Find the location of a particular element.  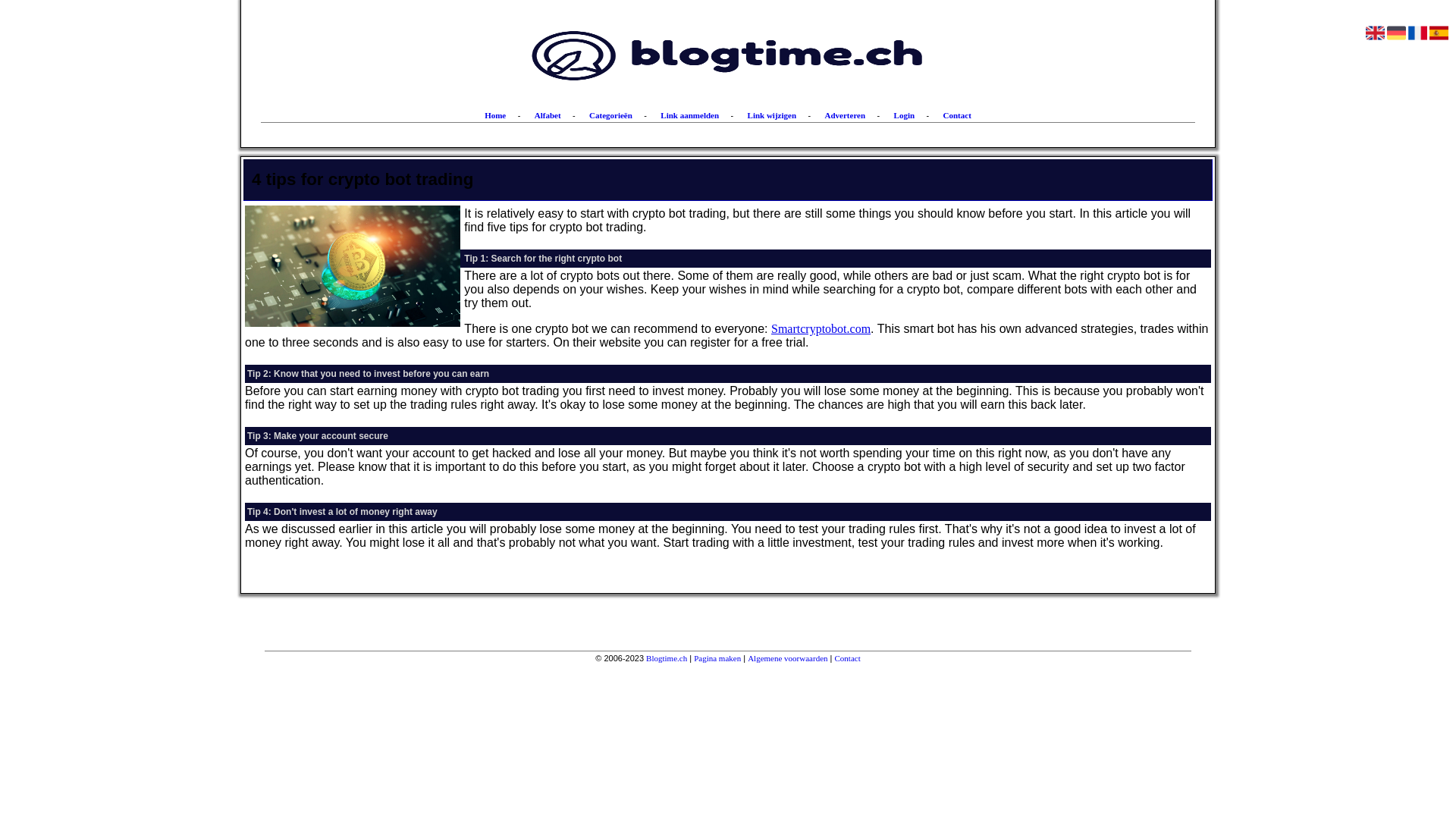

'Login' is located at coordinates (905, 114).